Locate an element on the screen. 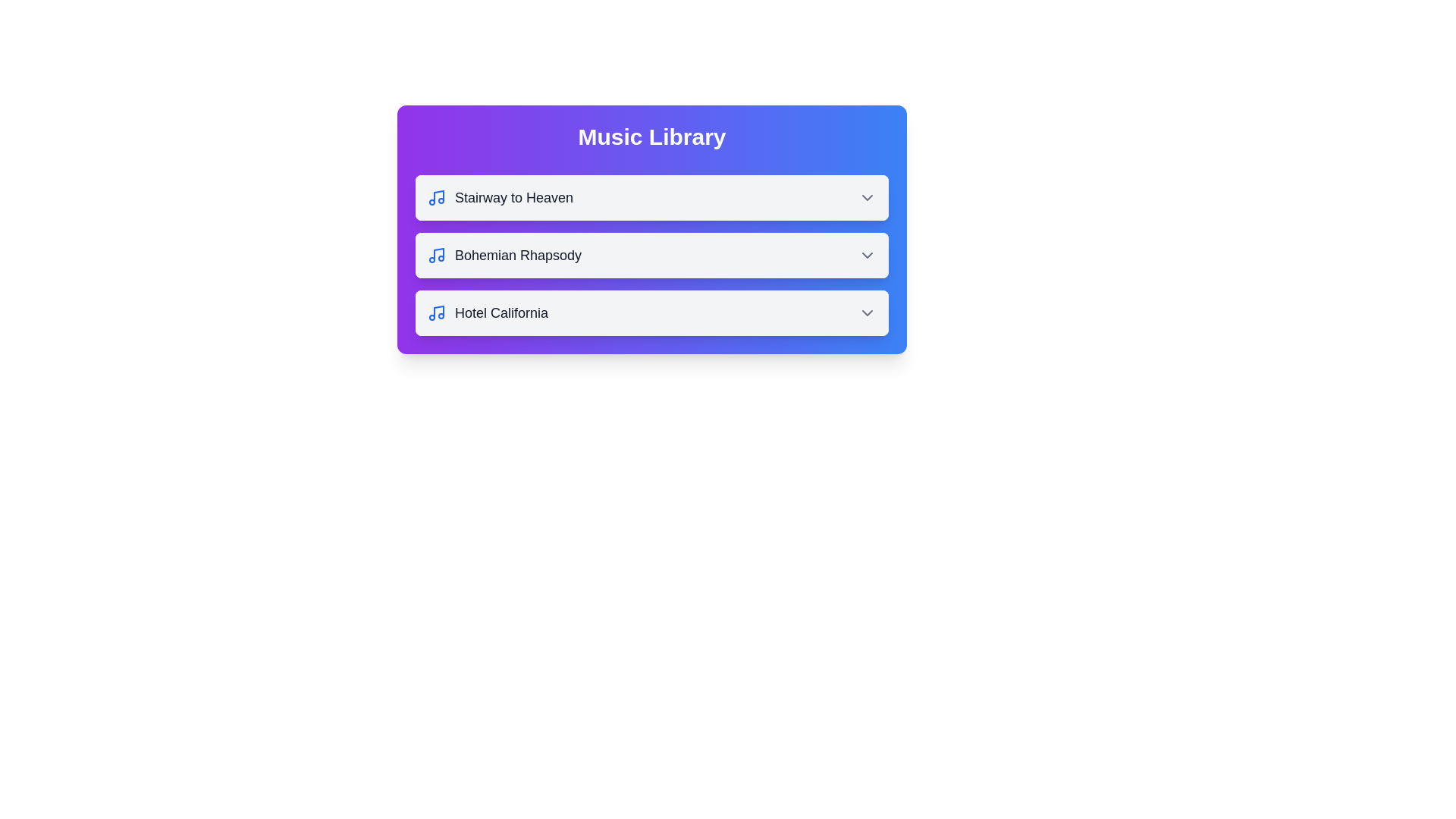 This screenshot has width=1456, height=819. text from the header label located at the top center of the music library interface, which serves as a title for the section is located at coordinates (651, 137).